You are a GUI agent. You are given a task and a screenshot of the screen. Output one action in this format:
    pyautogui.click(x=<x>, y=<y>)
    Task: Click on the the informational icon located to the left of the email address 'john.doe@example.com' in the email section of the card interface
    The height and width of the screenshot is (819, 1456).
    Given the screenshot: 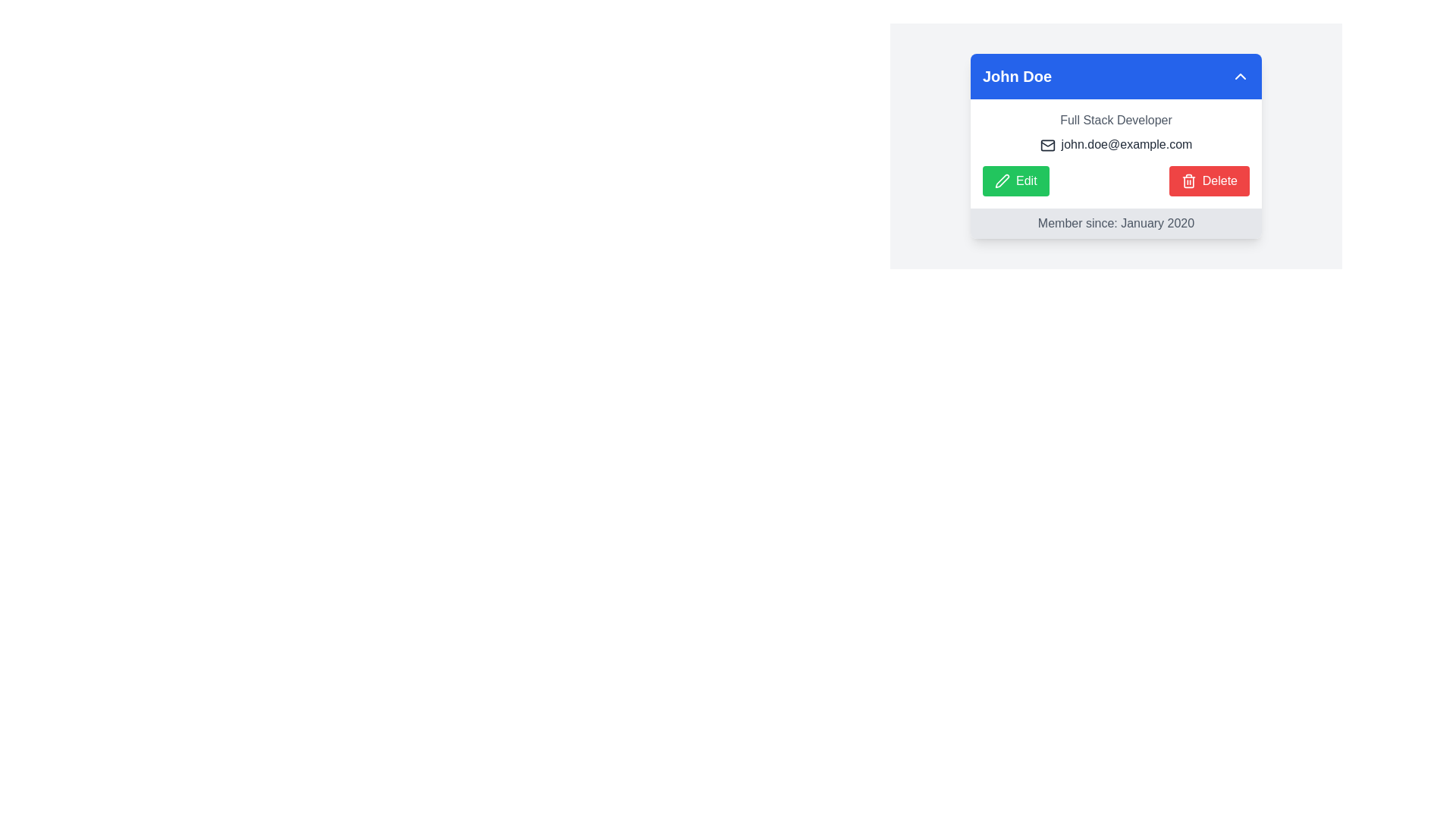 What is the action you would take?
    pyautogui.click(x=1046, y=145)
    